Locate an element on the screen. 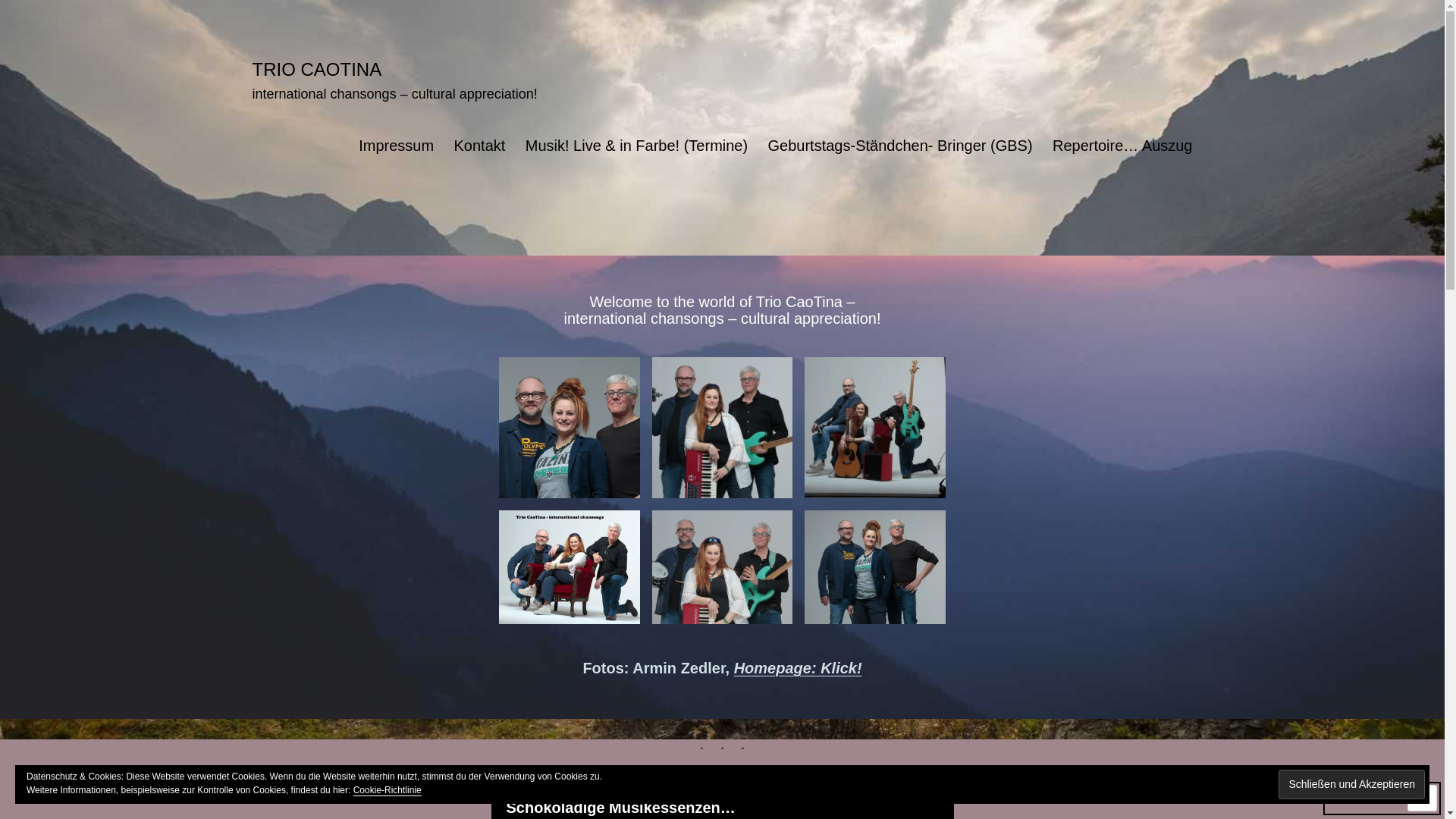 The image size is (1456, 819). 'Homepage: Klick!' is located at coordinates (797, 667).